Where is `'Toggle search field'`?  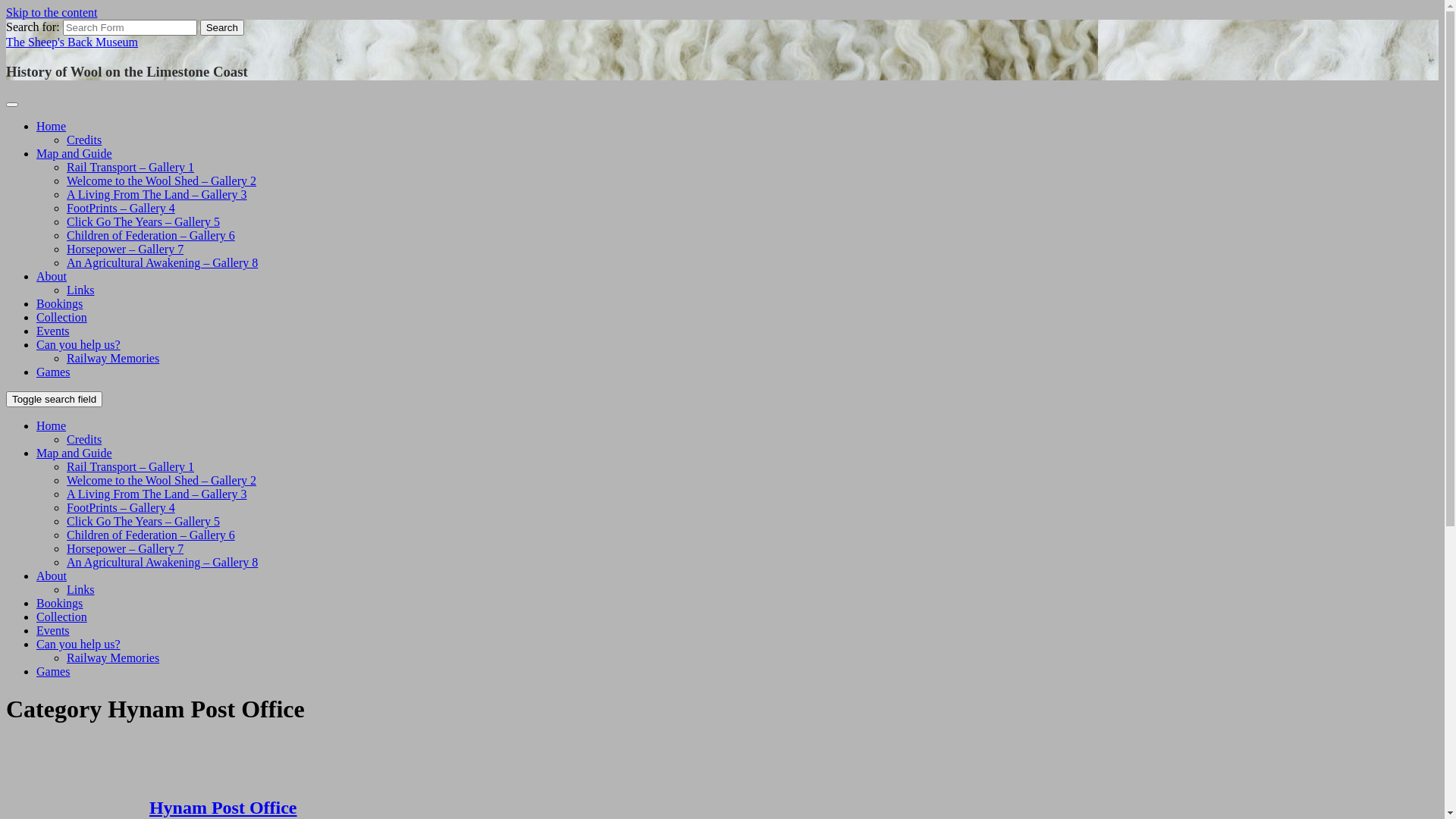
'Toggle search field' is located at coordinates (54, 398).